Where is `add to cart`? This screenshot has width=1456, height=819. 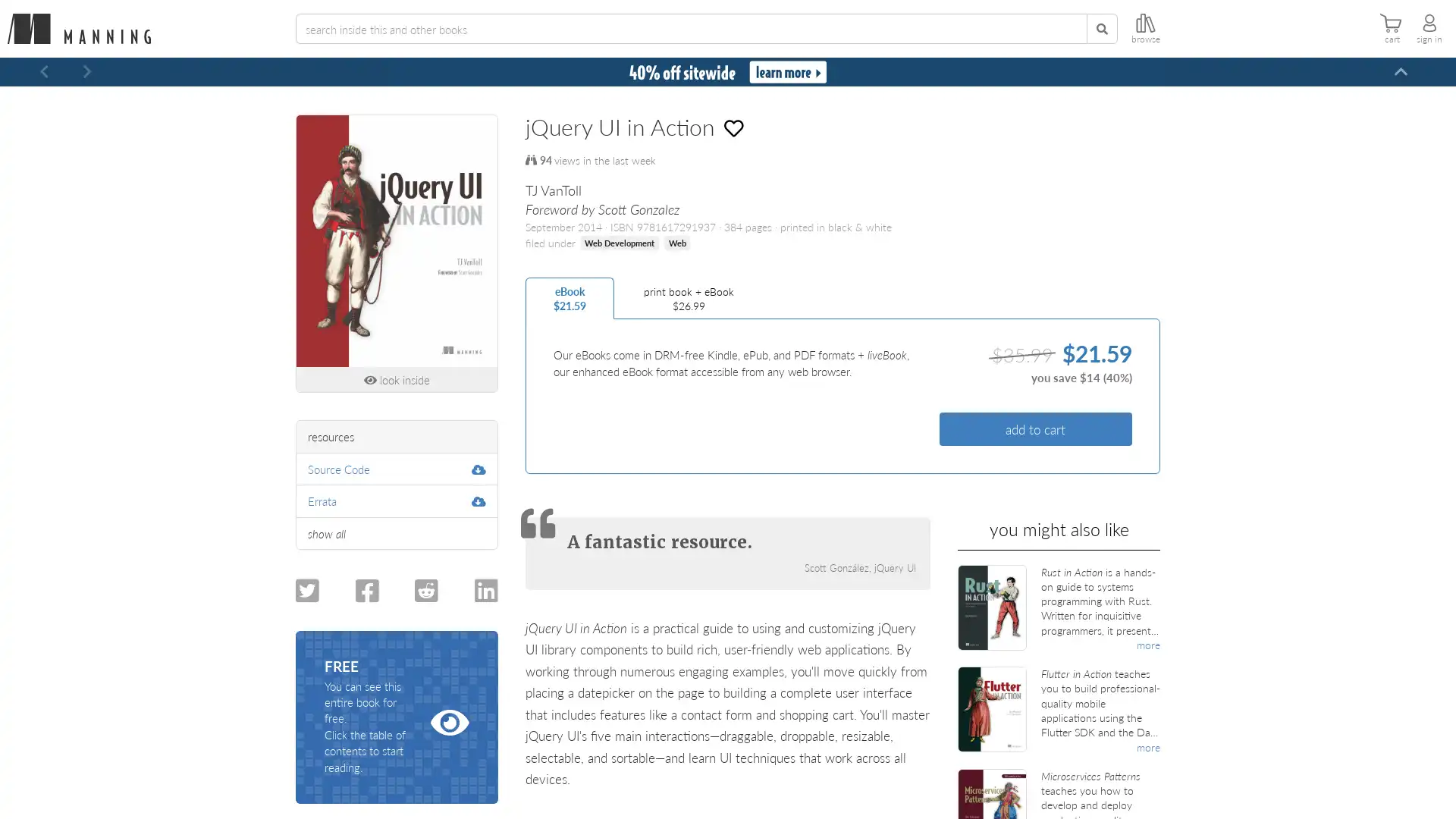
add to cart is located at coordinates (1034, 428).